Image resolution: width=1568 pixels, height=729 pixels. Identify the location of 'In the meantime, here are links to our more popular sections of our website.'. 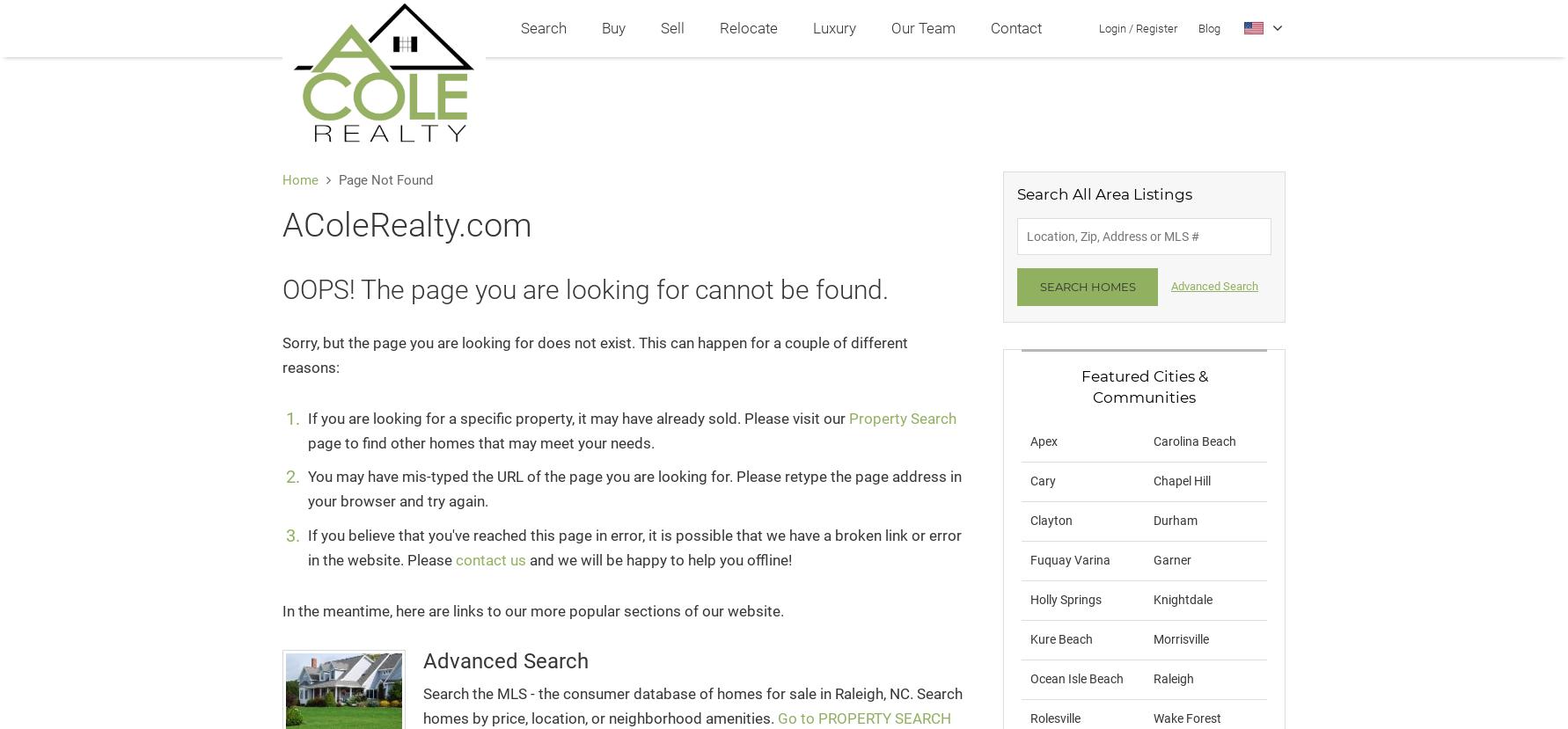
(533, 610).